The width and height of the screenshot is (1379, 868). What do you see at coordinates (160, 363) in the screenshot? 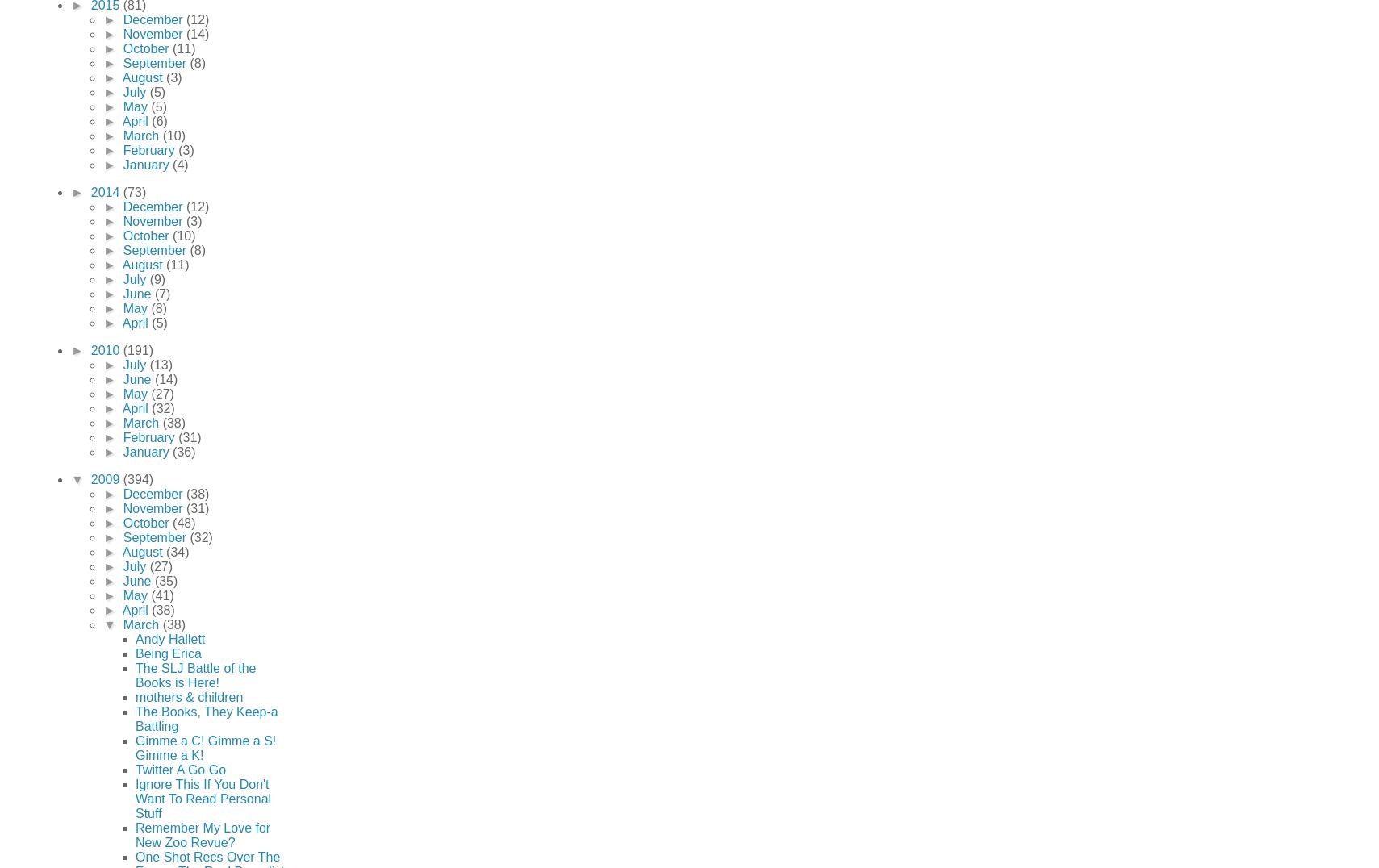
I see `'(13)'` at bounding box center [160, 363].